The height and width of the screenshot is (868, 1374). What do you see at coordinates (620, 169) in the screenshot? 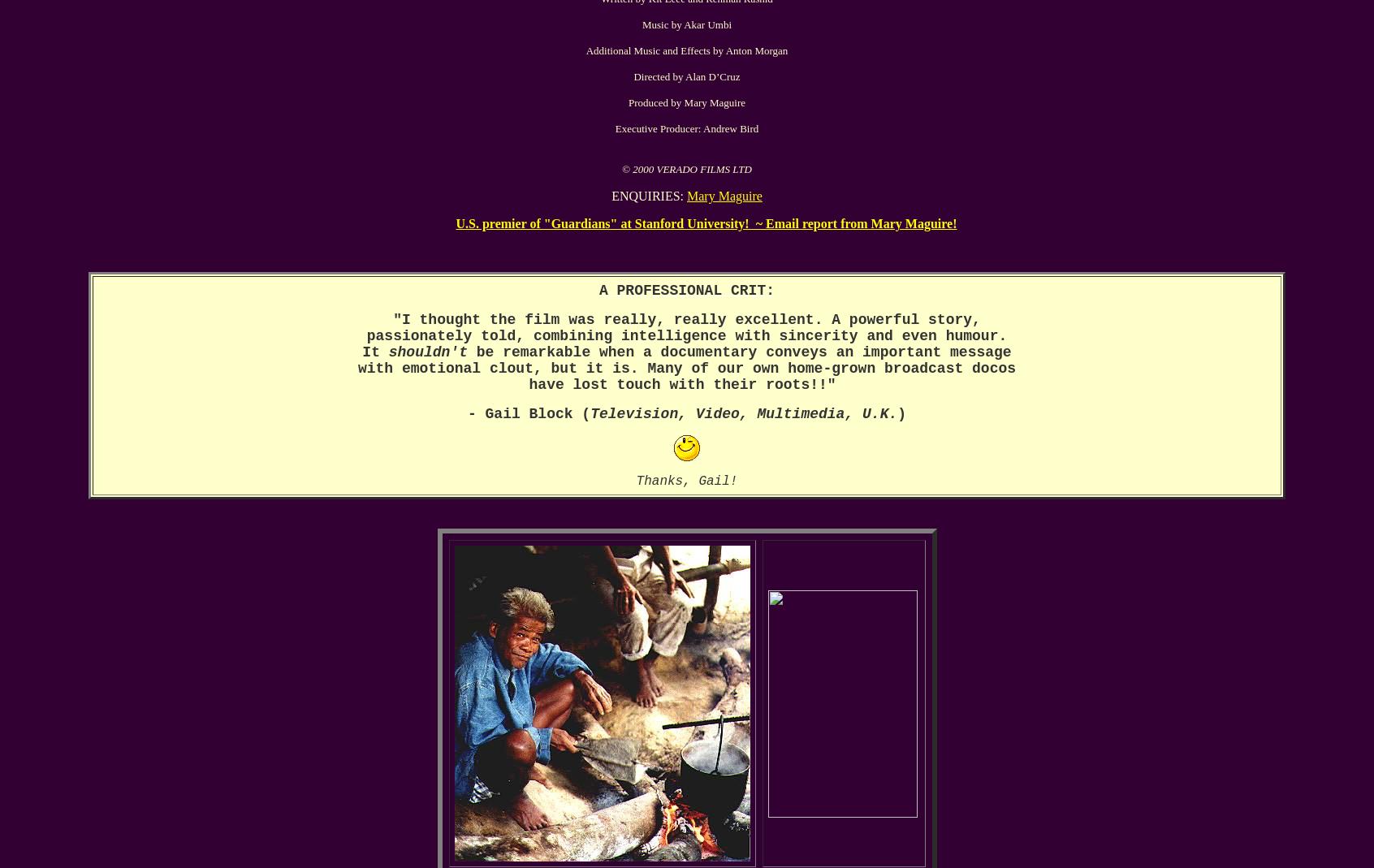
I see `'© 2000 VERADO FILMS LTD'` at bounding box center [620, 169].